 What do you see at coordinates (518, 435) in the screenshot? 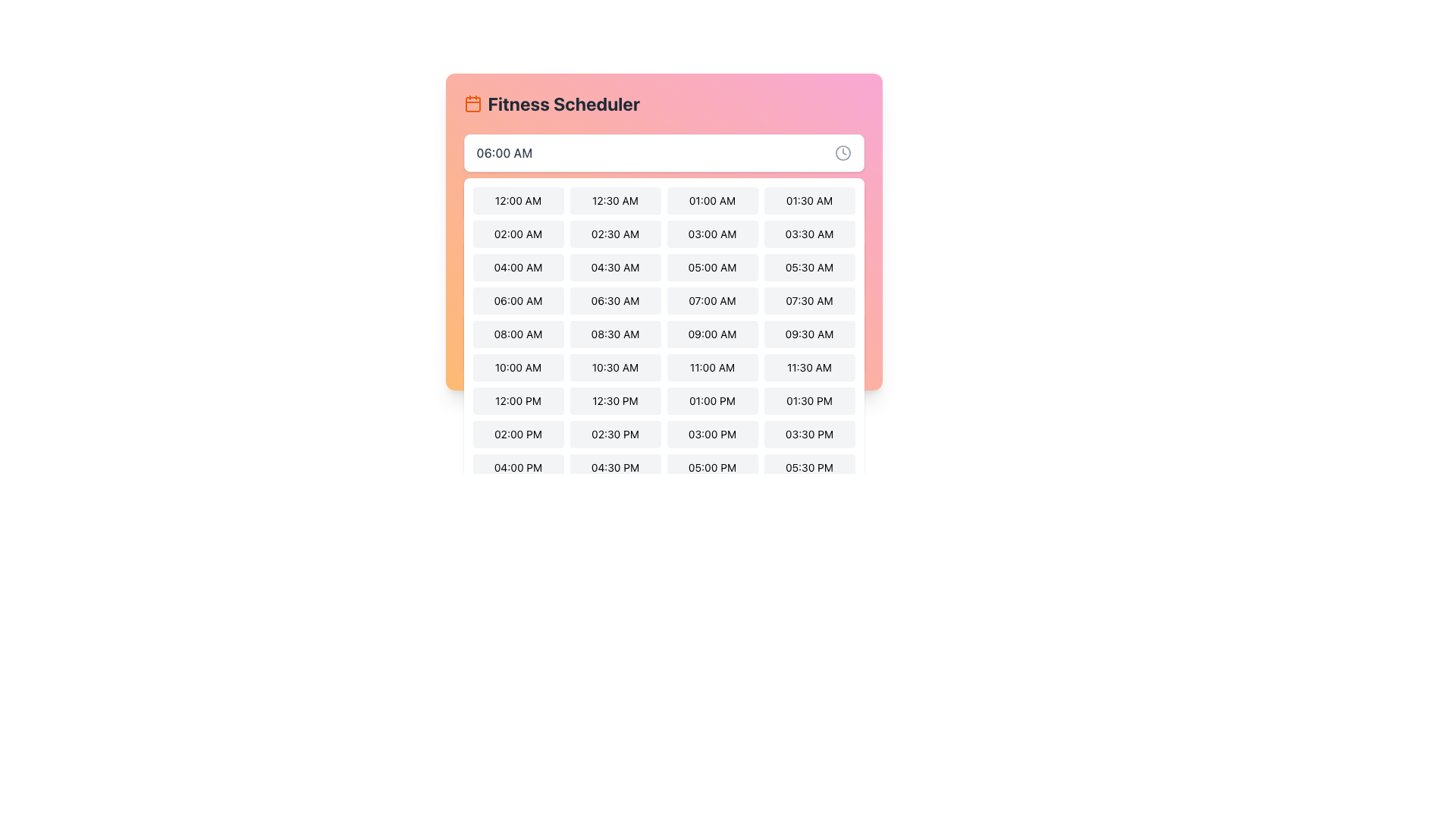
I see `the selectable time slot button labeled '02:00 PM' in the scheduling interface` at bounding box center [518, 435].